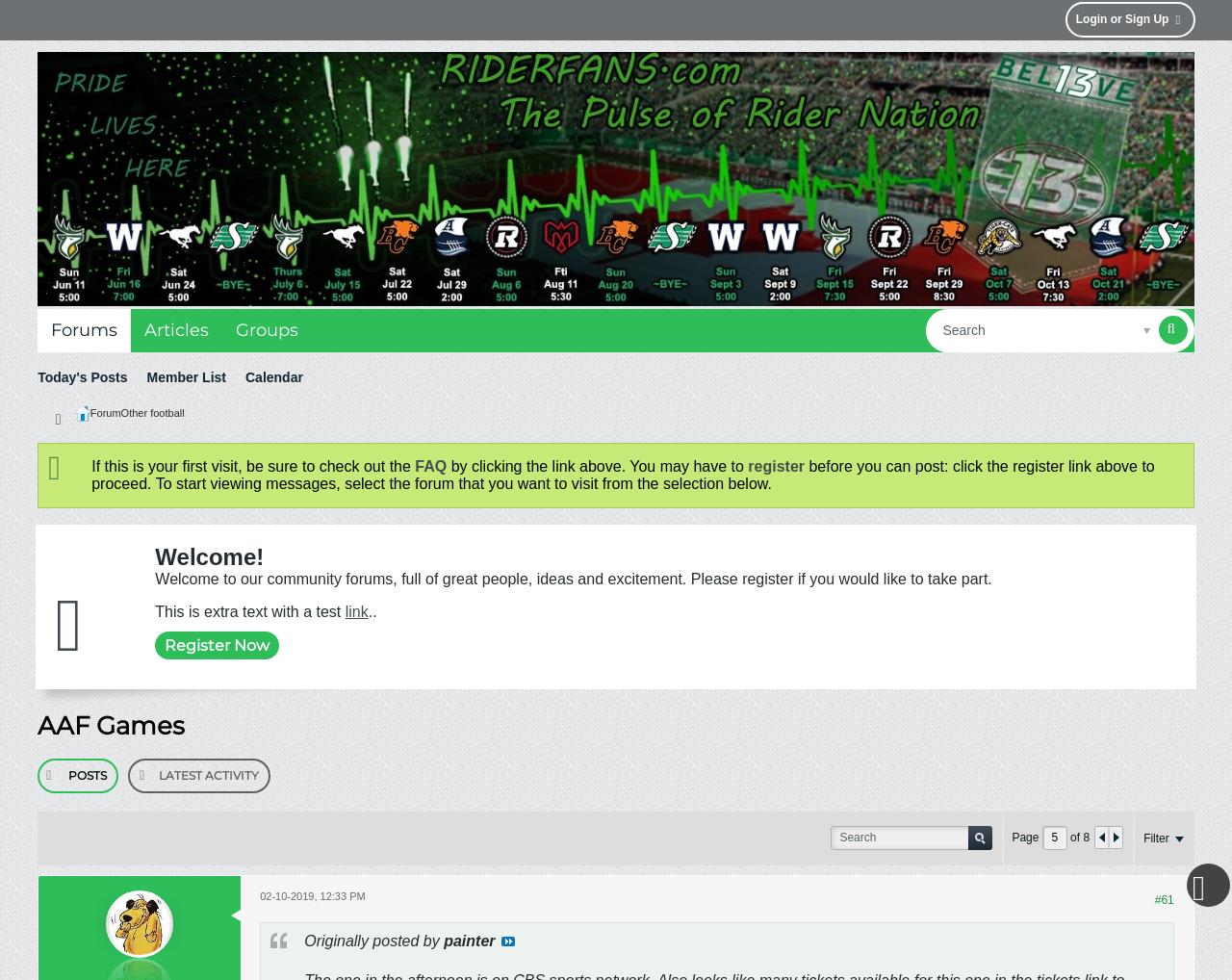 The width and height of the screenshot is (1232, 980). I want to click on 'Welcome to our community forums, full of great people, ideas and excitement. Please register if you would like to take part.', so click(572, 578).